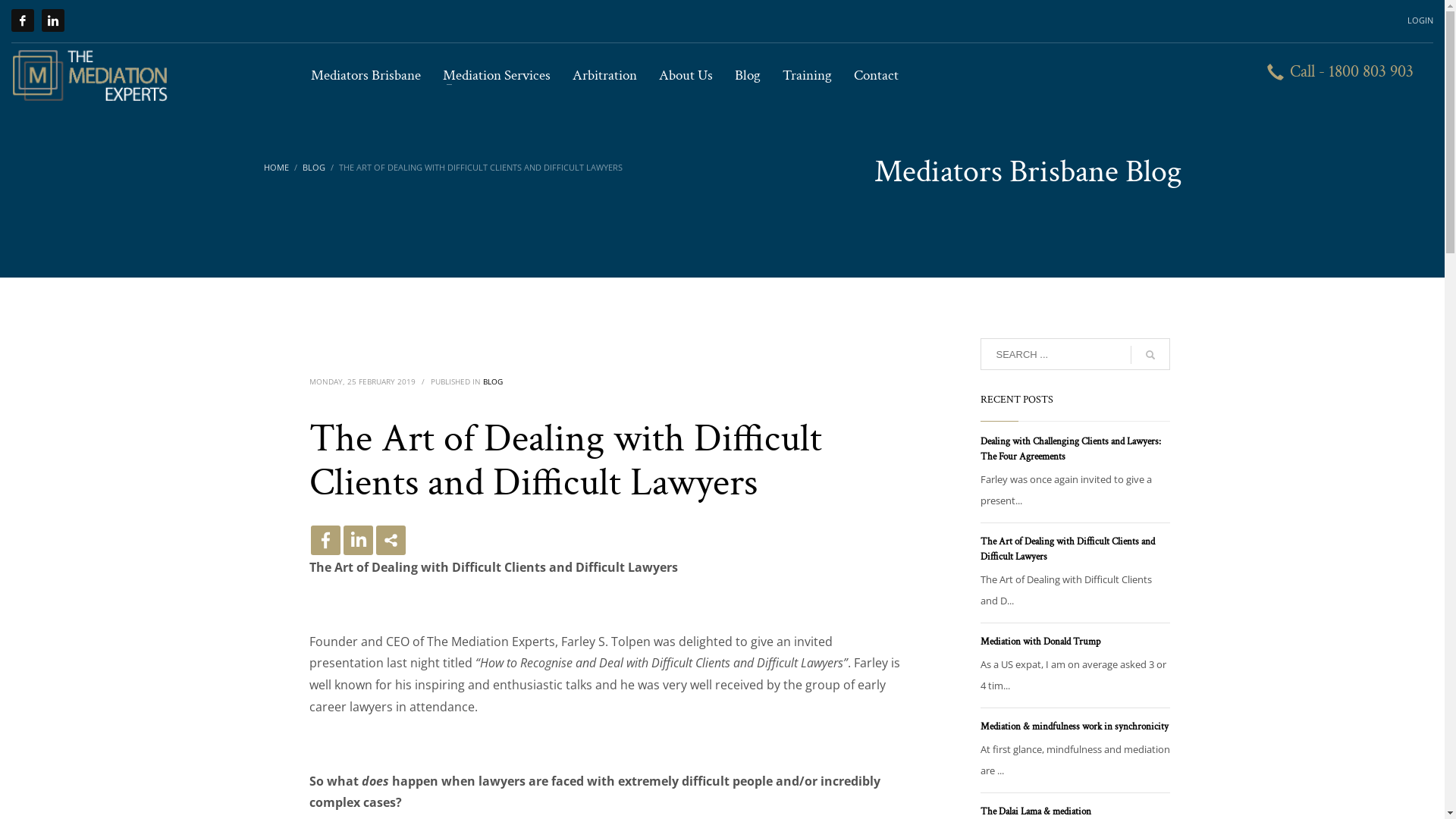  Describe the element at coordinates (90, 76) in the screenshot. I see `'Mediators Brisbane'` at that location.